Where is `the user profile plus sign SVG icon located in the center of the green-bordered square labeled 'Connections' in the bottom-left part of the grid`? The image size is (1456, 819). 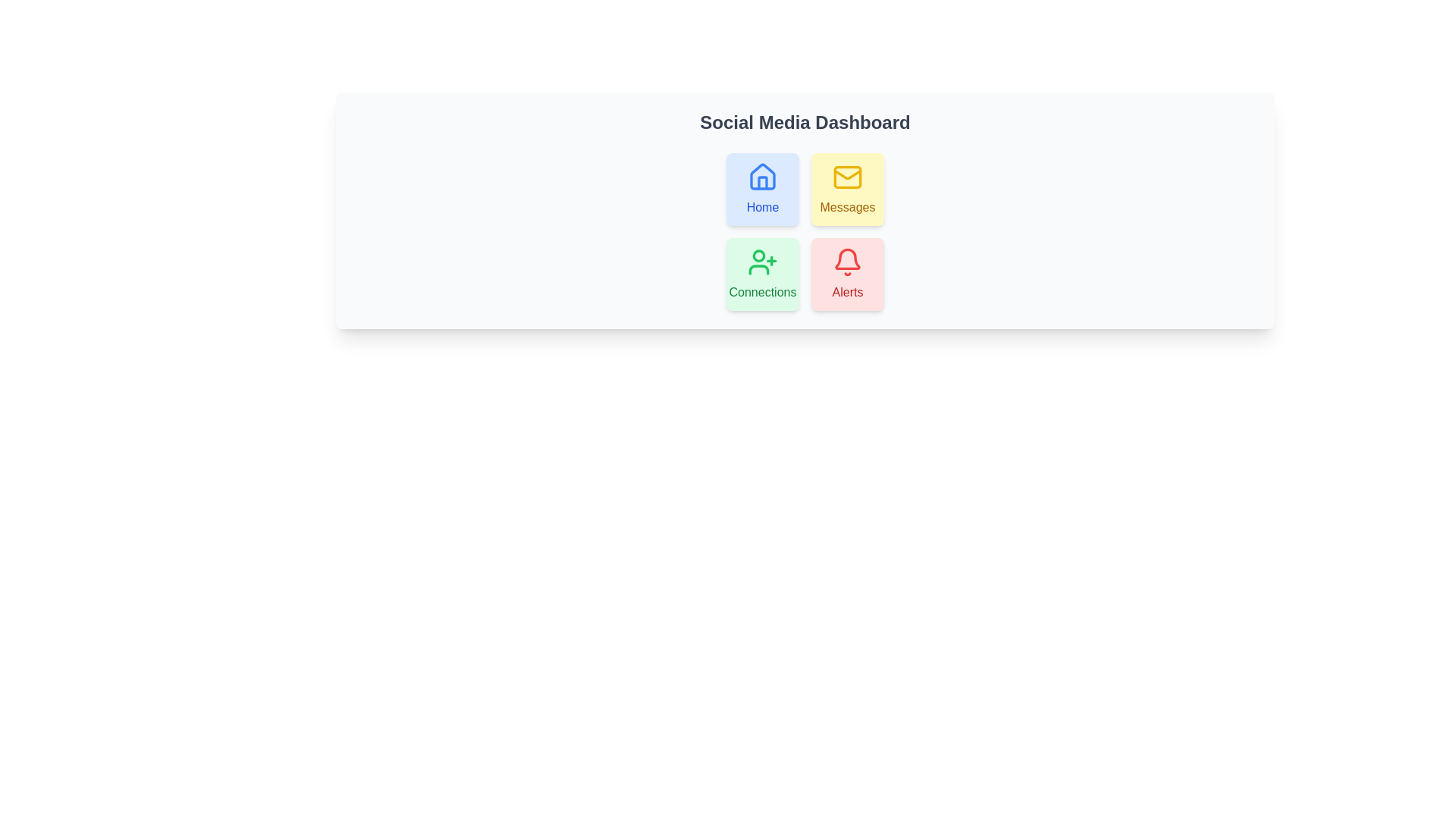
the user profile plus sign SVG icon located in the center of the green-bordered square labeled 'Connections' in the bottom-left part of the grid is located at coordinates (763, 262).